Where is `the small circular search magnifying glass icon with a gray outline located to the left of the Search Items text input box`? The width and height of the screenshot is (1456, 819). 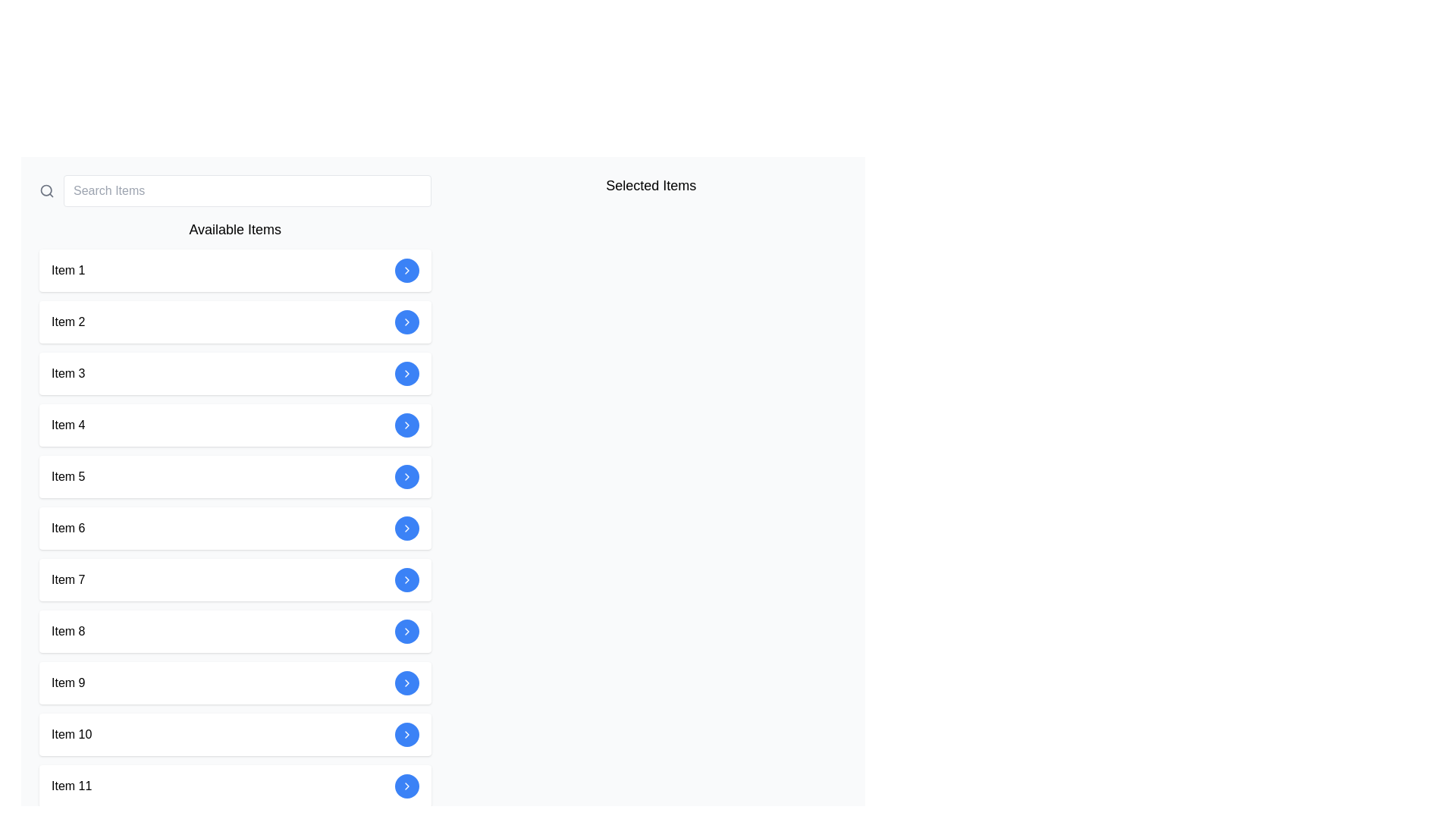
the small circular search magnifying glass icon with a gray outline located to the left of the Search Items text input box is located at coordinates (47, 190).